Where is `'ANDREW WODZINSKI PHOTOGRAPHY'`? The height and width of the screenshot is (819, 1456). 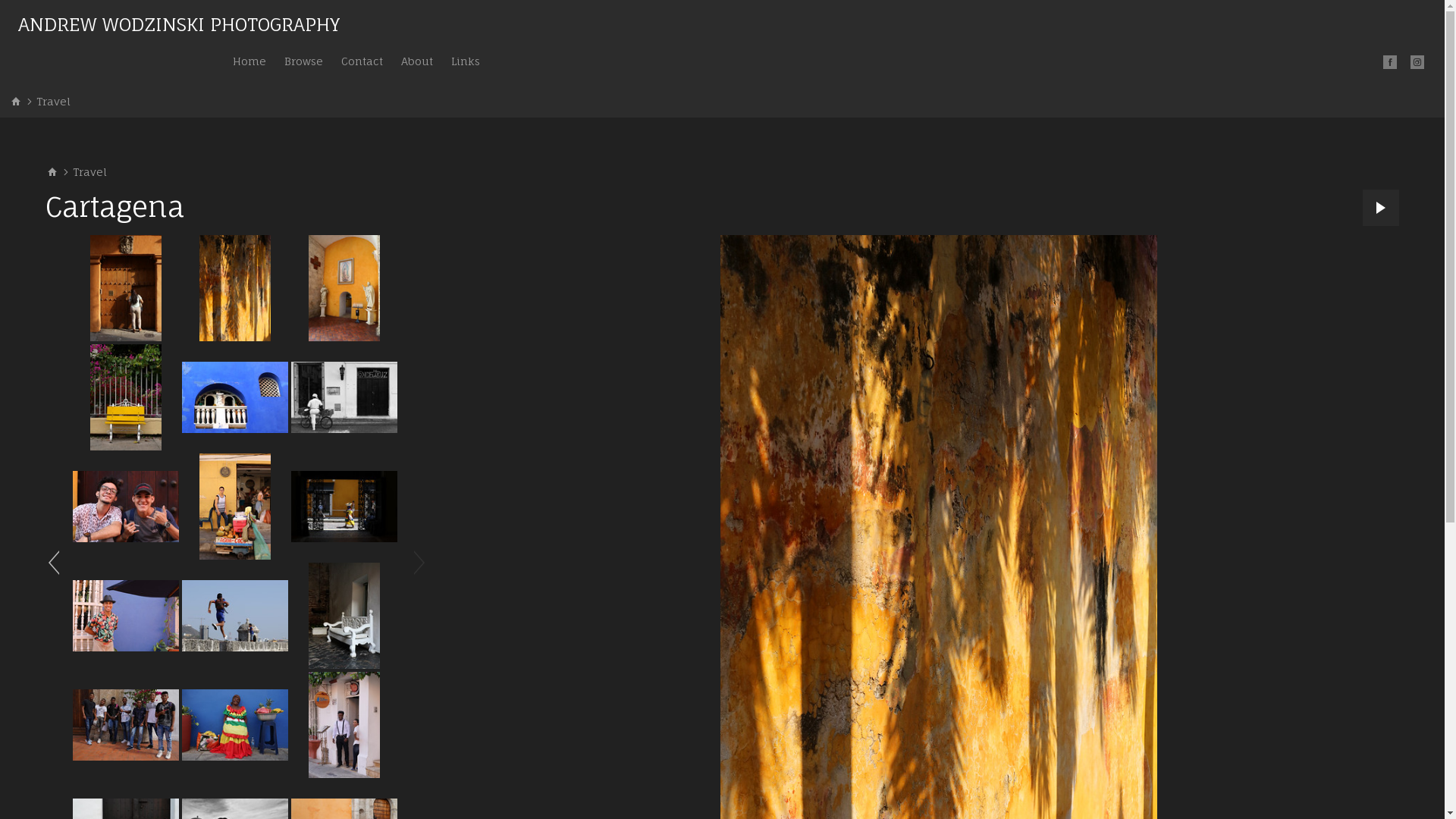 'ANDREW WODZINSKI PHOTOGRAPHY' is located at coordinates (178, 27).